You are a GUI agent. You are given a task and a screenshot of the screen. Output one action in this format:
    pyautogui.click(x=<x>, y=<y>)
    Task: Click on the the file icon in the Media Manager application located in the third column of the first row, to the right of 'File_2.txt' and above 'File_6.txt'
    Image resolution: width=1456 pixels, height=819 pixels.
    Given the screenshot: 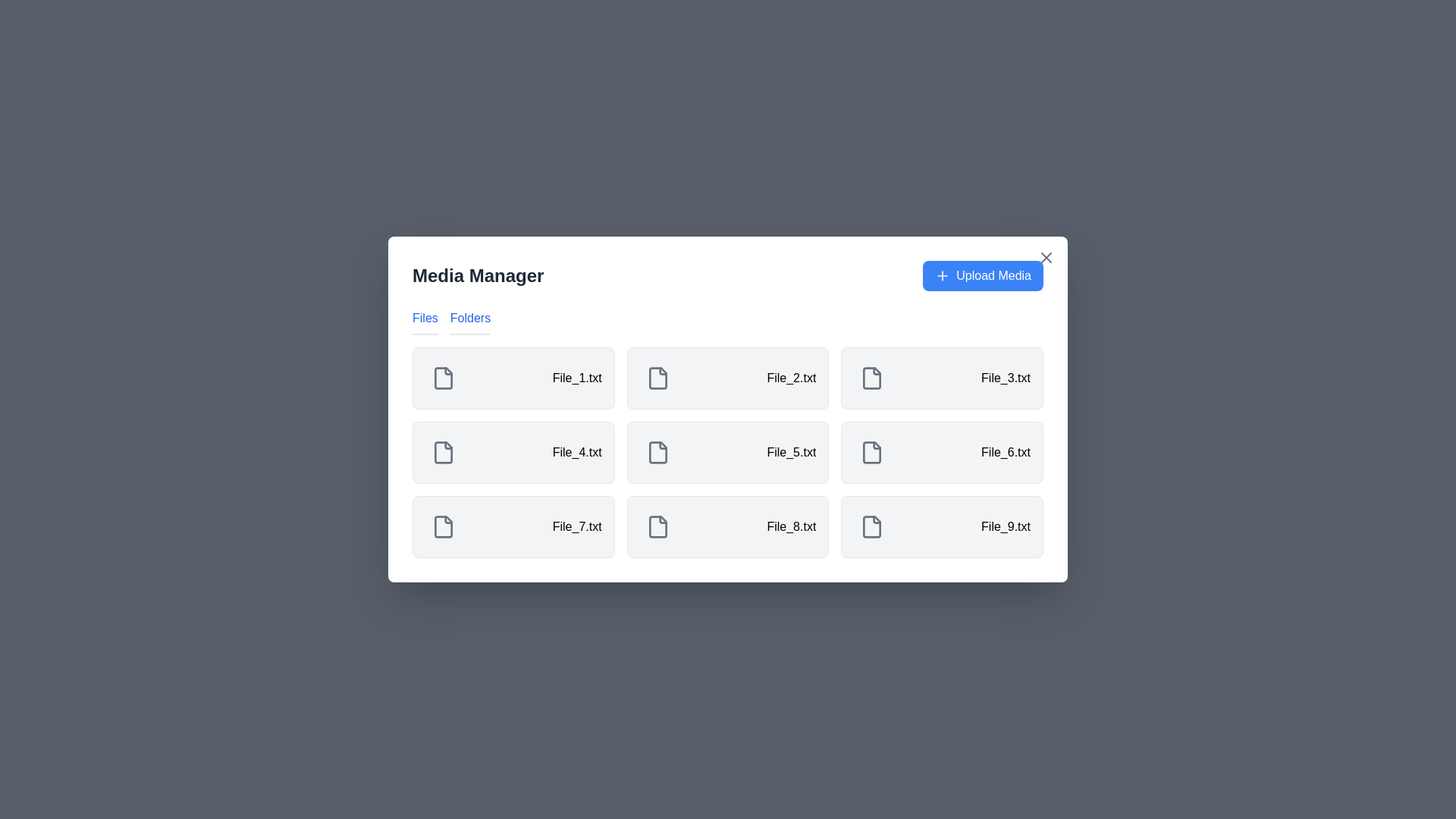 What is the action you would take?
    pyautogui.click(x=872, y=377)
    